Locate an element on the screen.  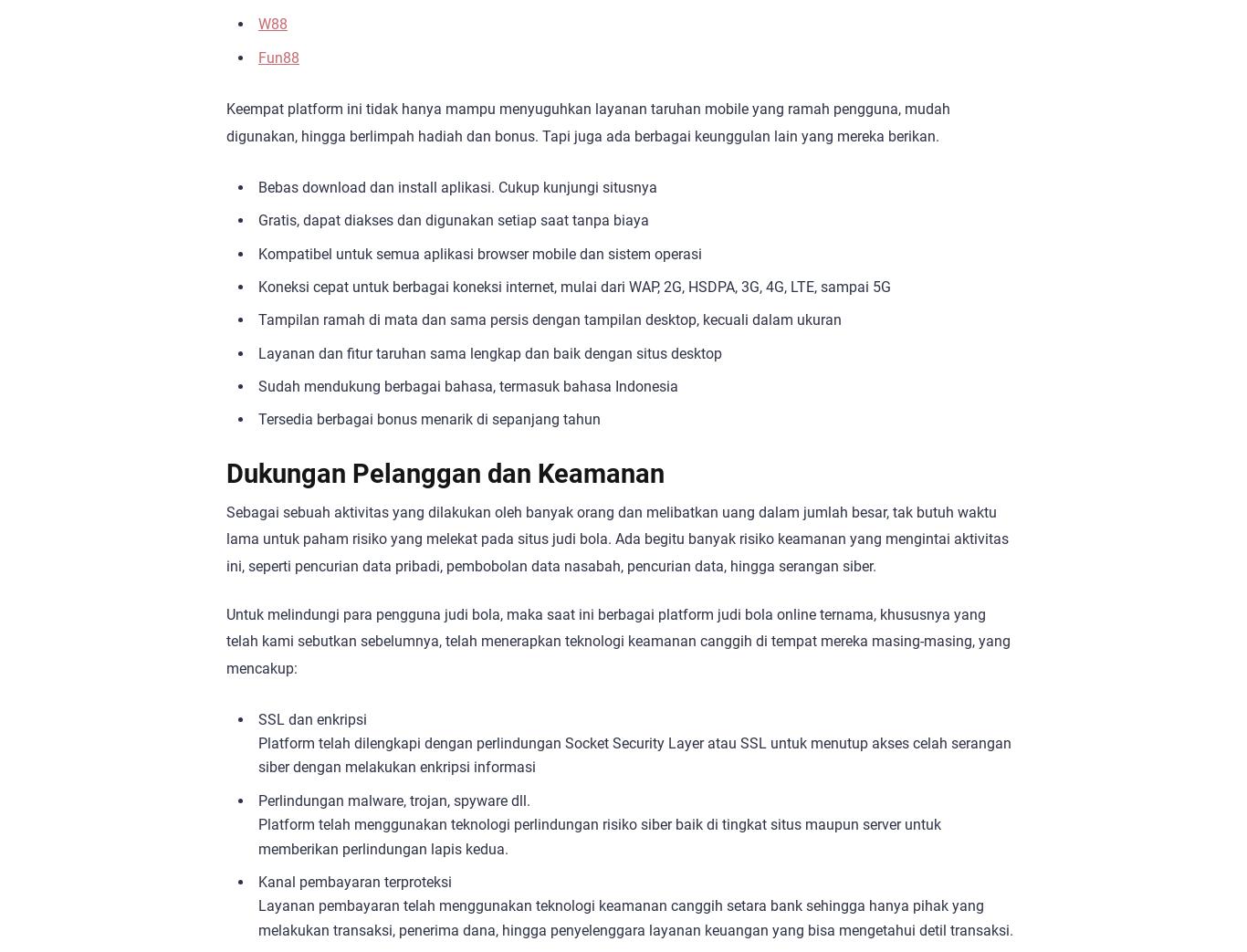
'Gratis, dapat diakses dan digunakan setiap saat tanpa biaya' is located at coordinates (453, 220).